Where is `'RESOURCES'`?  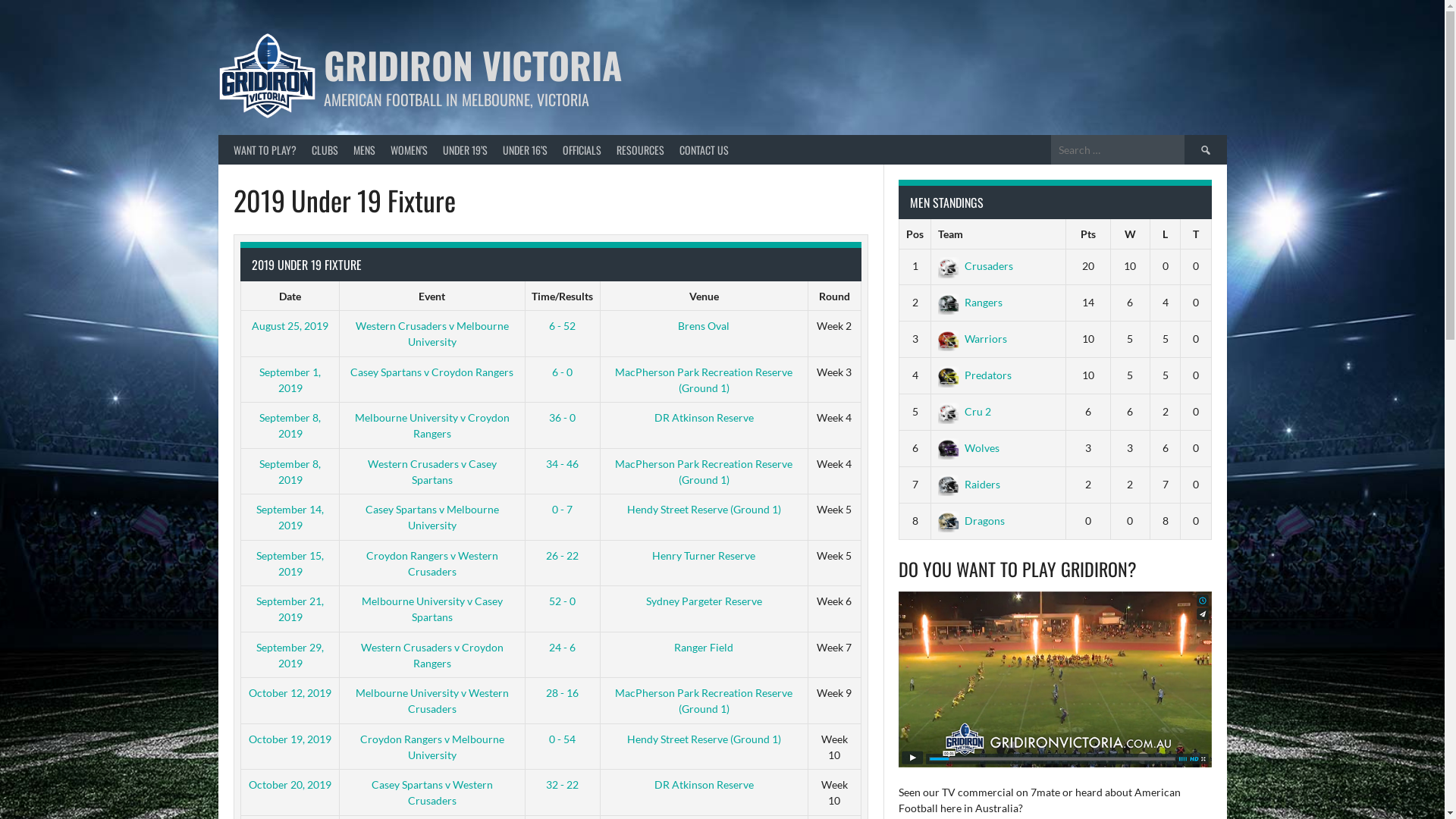 'RESOURCES' is located at coordinates (607, 149).